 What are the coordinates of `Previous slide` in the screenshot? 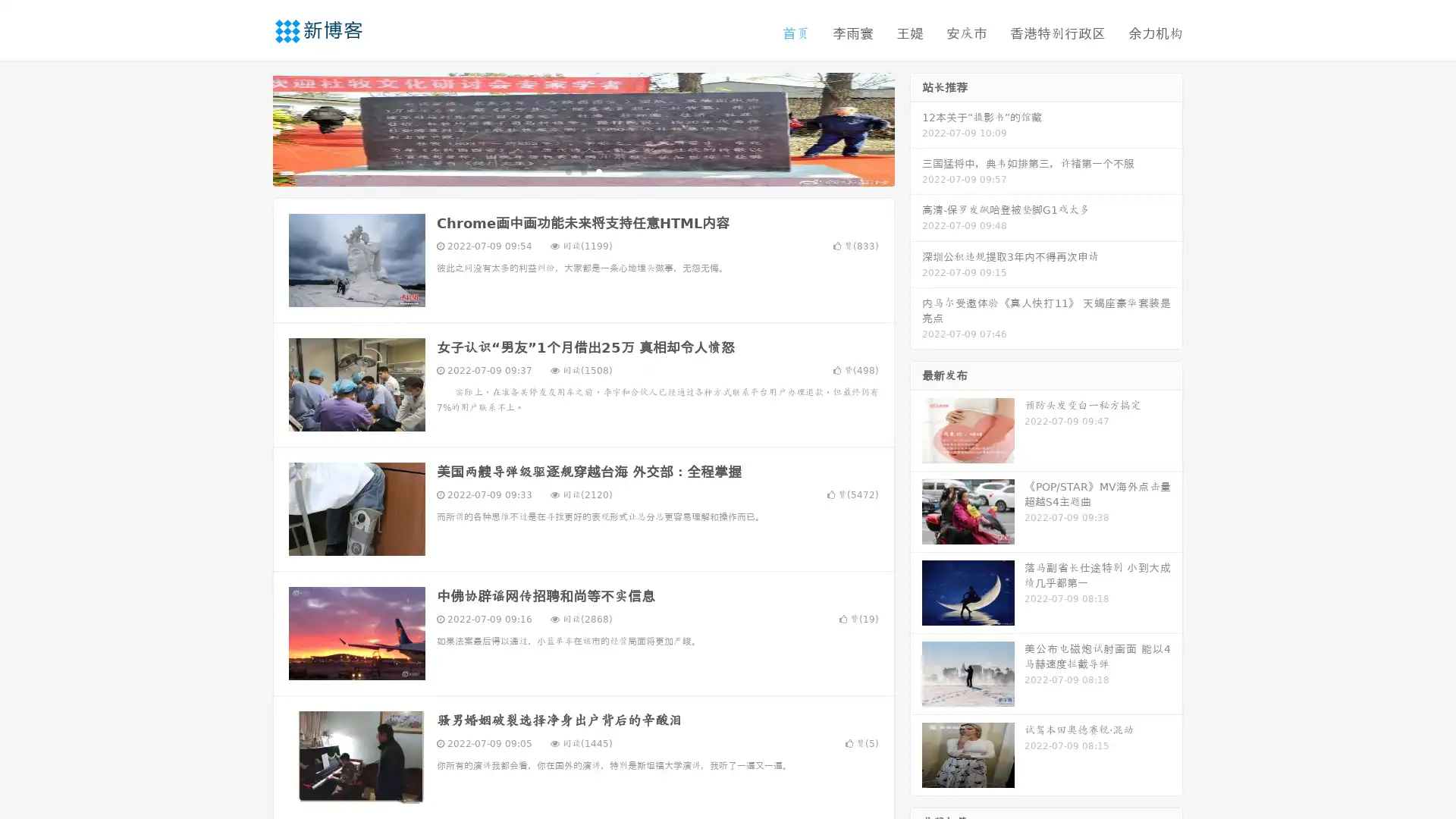 It's located at (250, 127).